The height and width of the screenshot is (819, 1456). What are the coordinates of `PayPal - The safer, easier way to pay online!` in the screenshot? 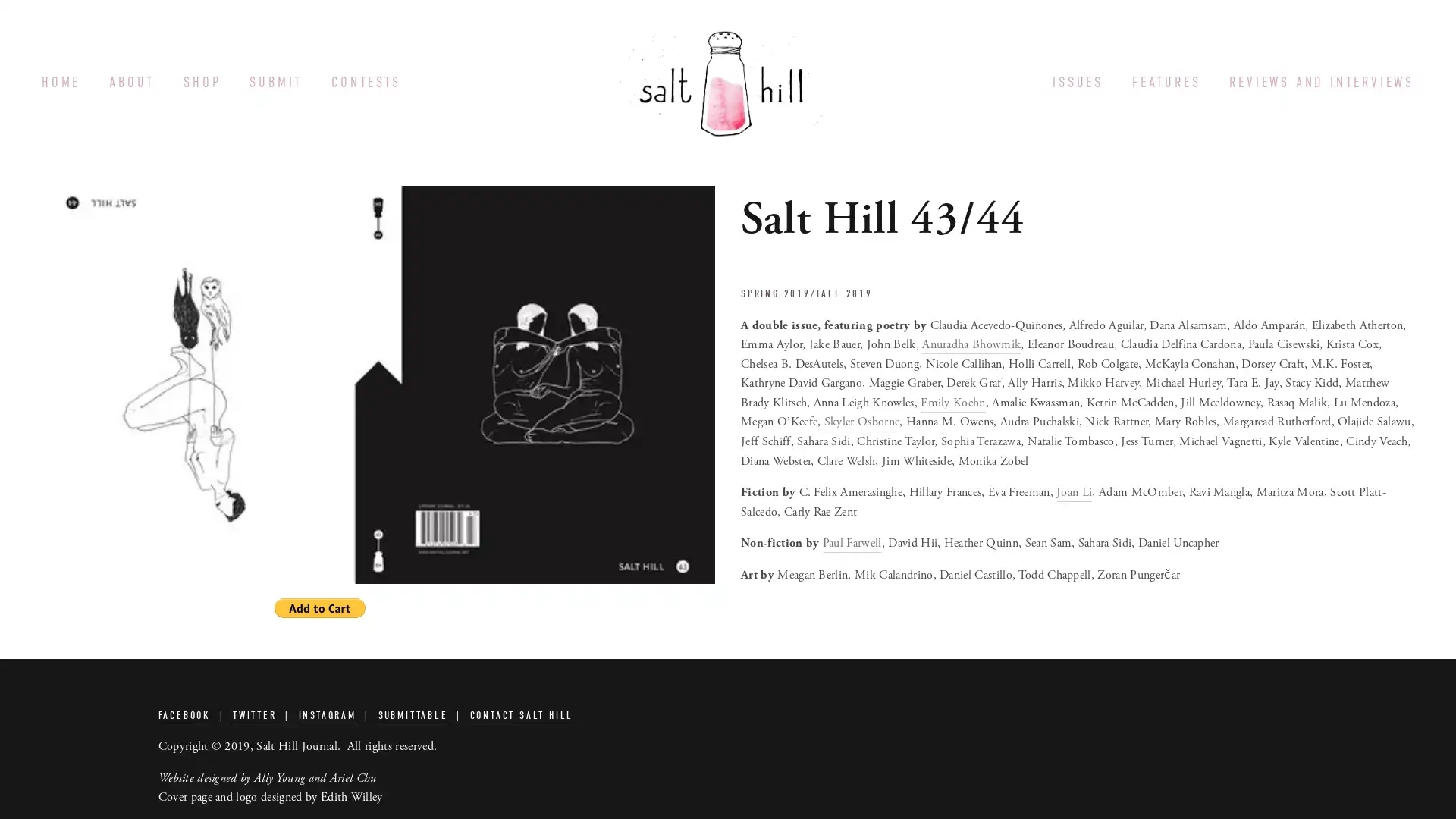 It's located at (319, 607).